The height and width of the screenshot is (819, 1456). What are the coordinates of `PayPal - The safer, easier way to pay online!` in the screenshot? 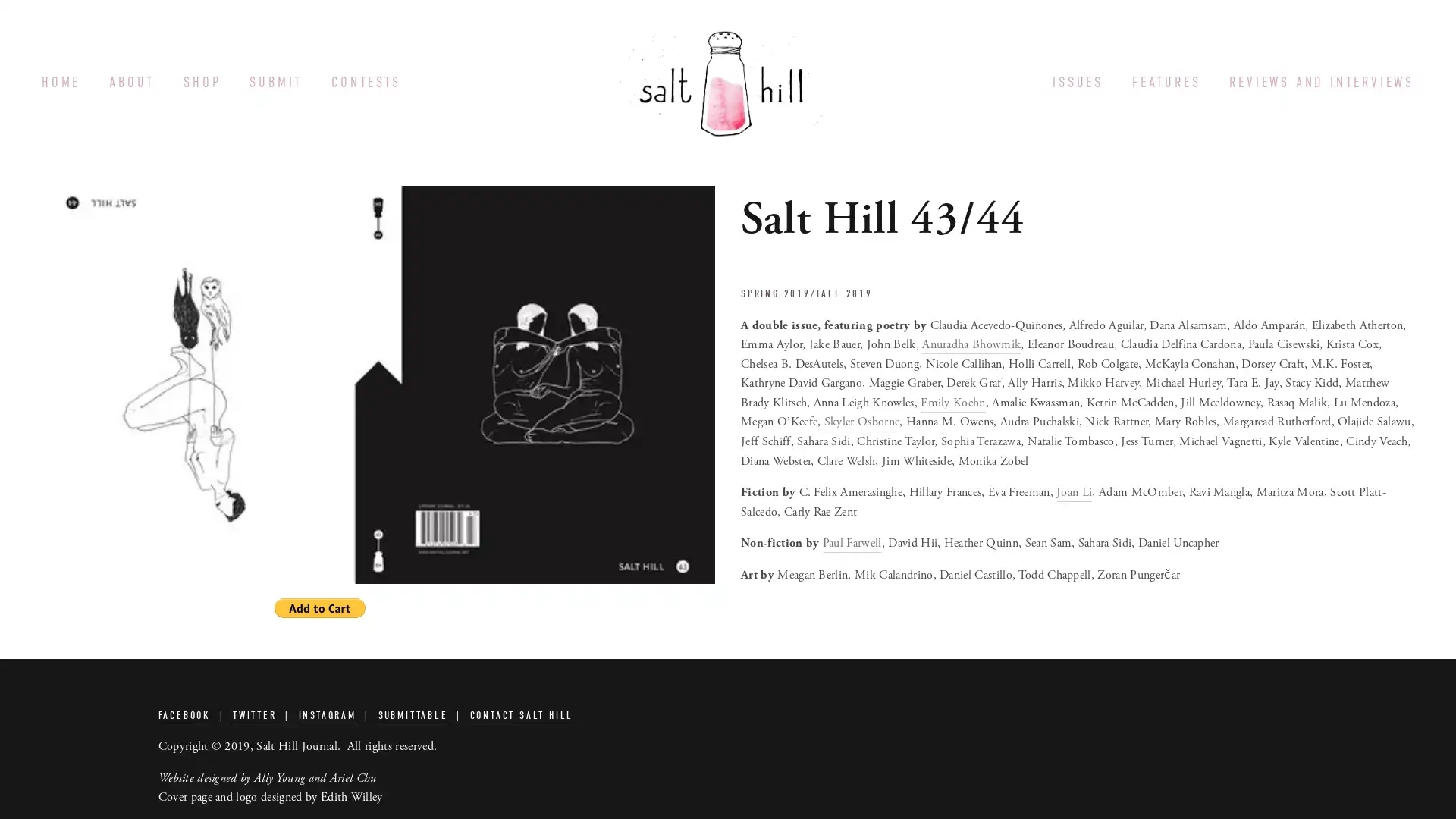 It's located at (319, 607).